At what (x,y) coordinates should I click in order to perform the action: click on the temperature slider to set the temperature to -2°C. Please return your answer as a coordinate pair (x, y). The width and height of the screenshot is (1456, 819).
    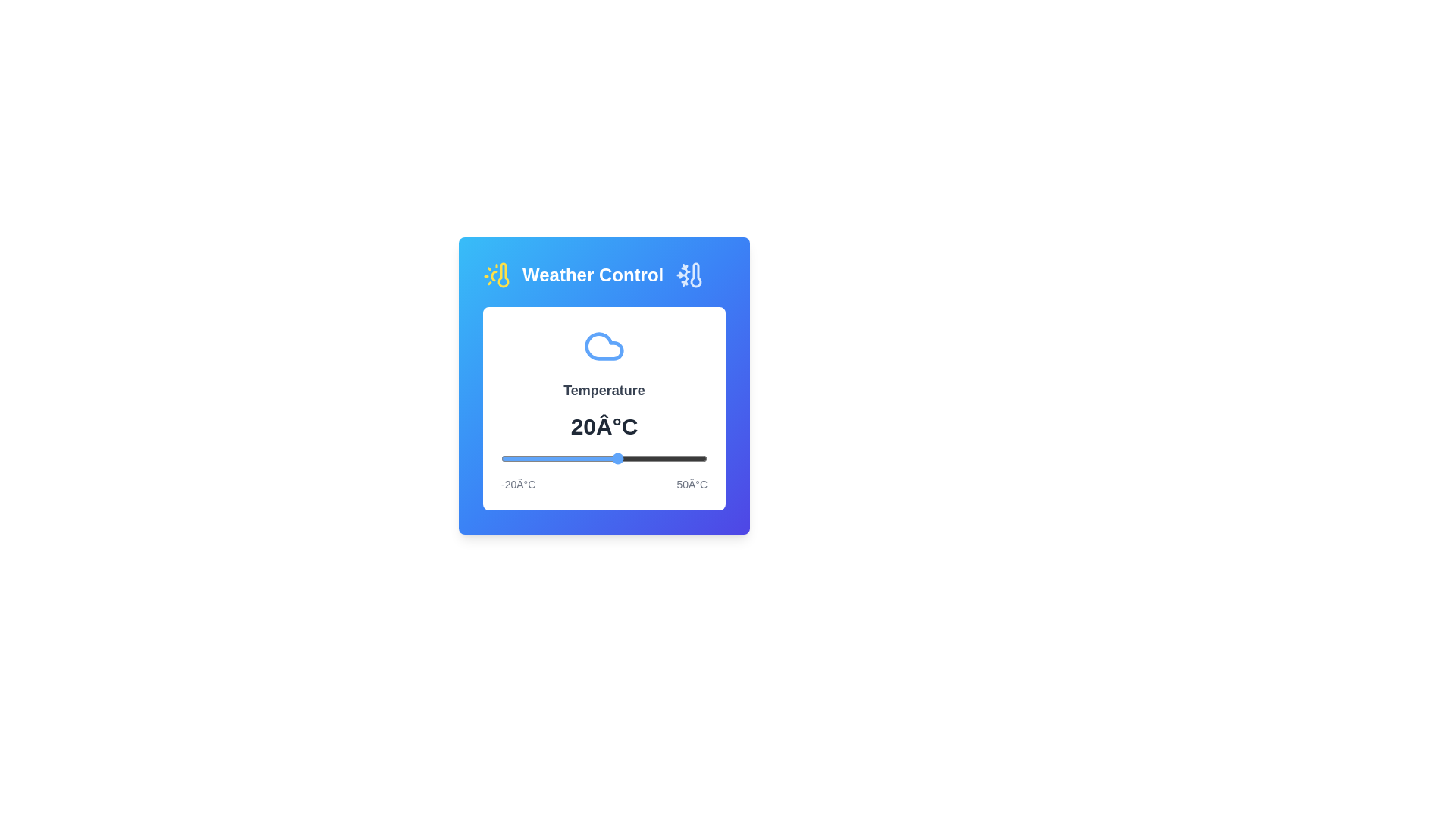
    Looking at the image, I should click on (553, 458).